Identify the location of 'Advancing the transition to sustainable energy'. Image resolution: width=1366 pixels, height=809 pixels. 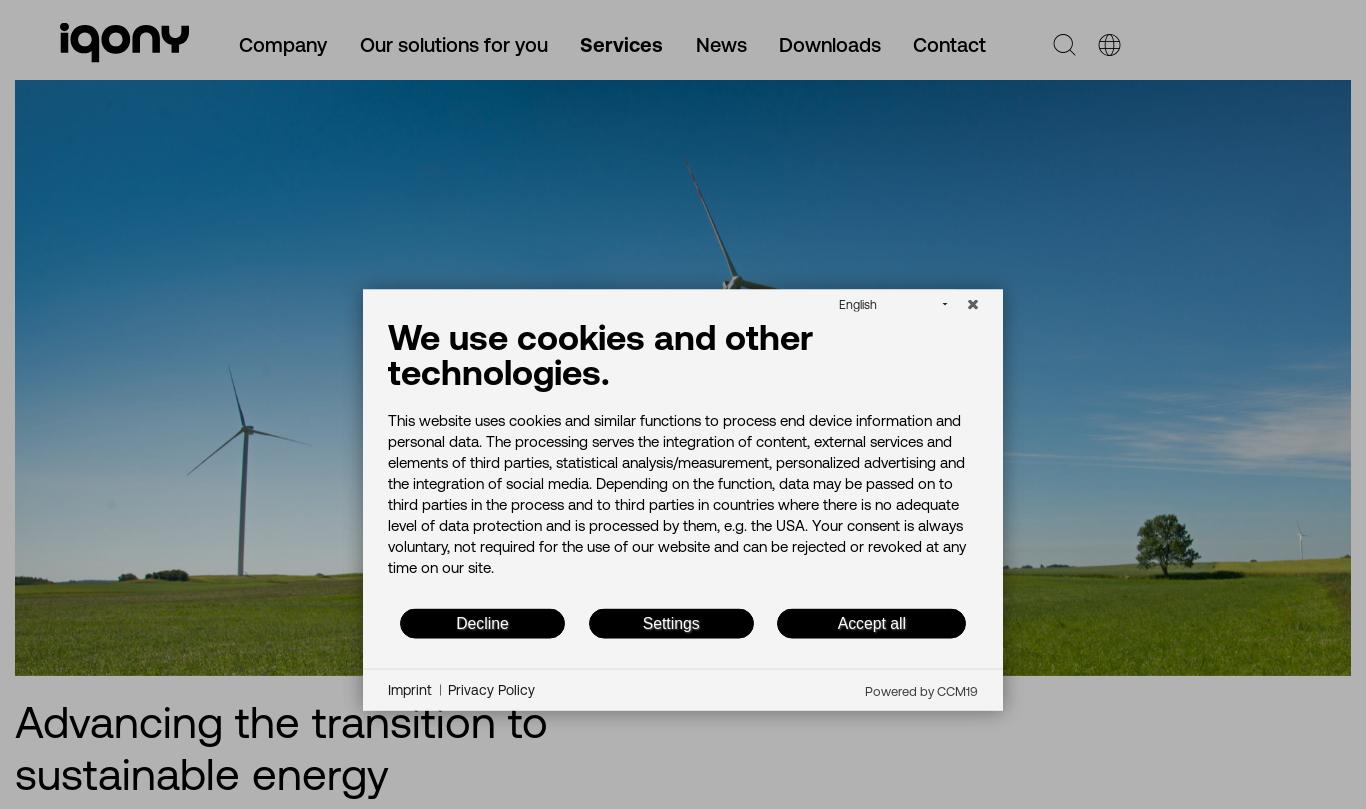
(281, 746).